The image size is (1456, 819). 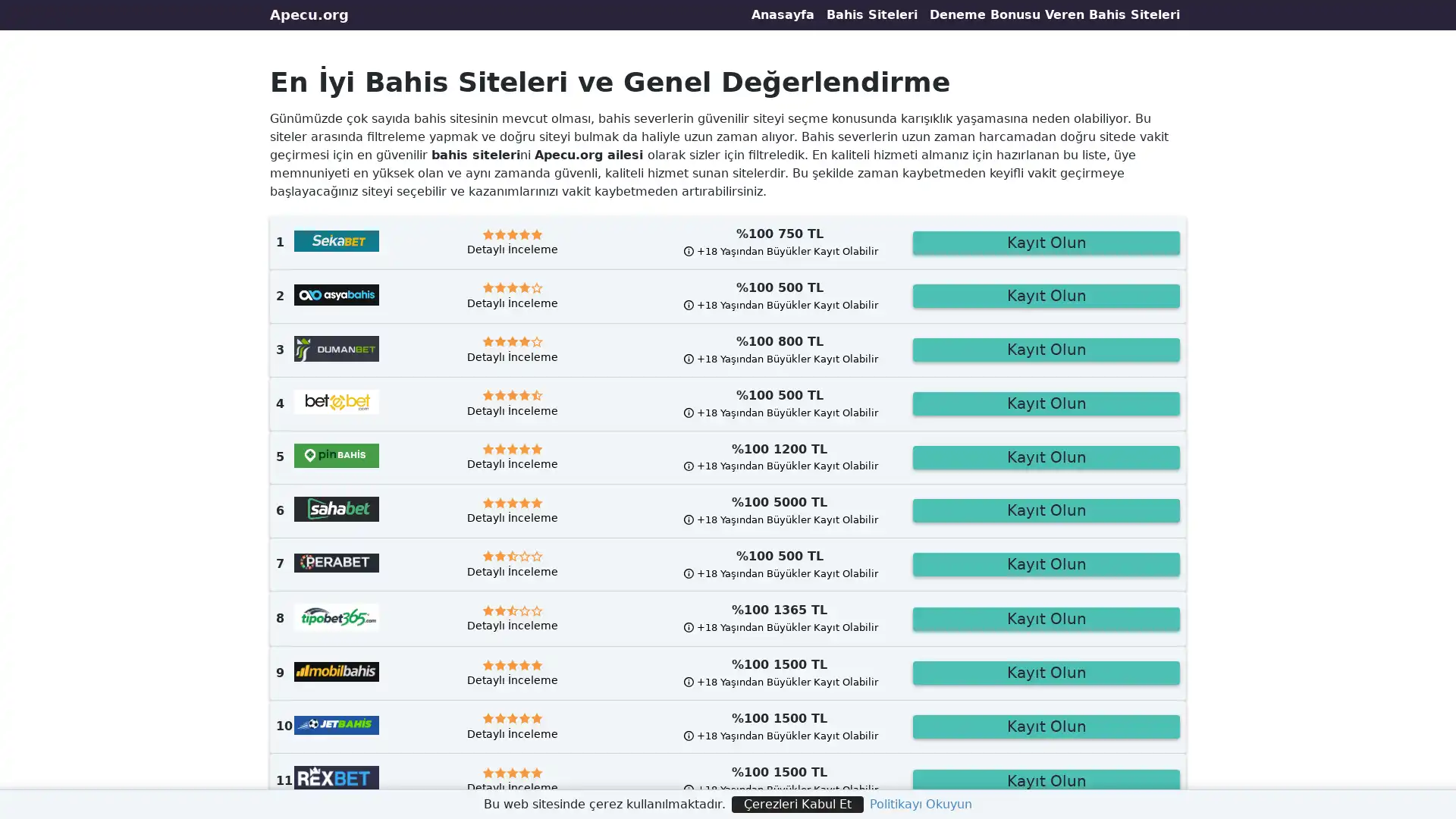 I want to click on Load terms and conditions, so click(x=779, y=627).